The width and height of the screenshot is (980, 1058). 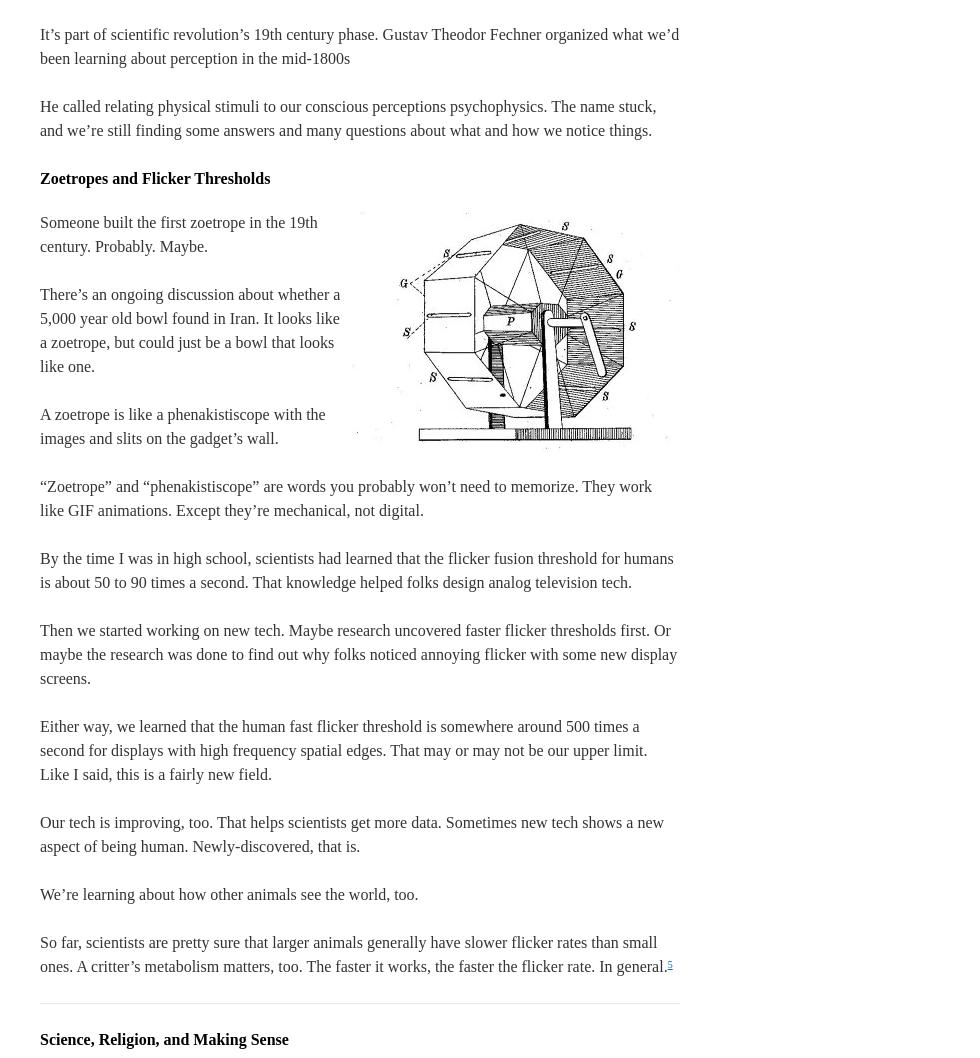 What do you see at coordinates (229, 894) in the screenshot?
I see `'We’re learning about how other animals see the world, too.'` at bounding box center [229, 894].